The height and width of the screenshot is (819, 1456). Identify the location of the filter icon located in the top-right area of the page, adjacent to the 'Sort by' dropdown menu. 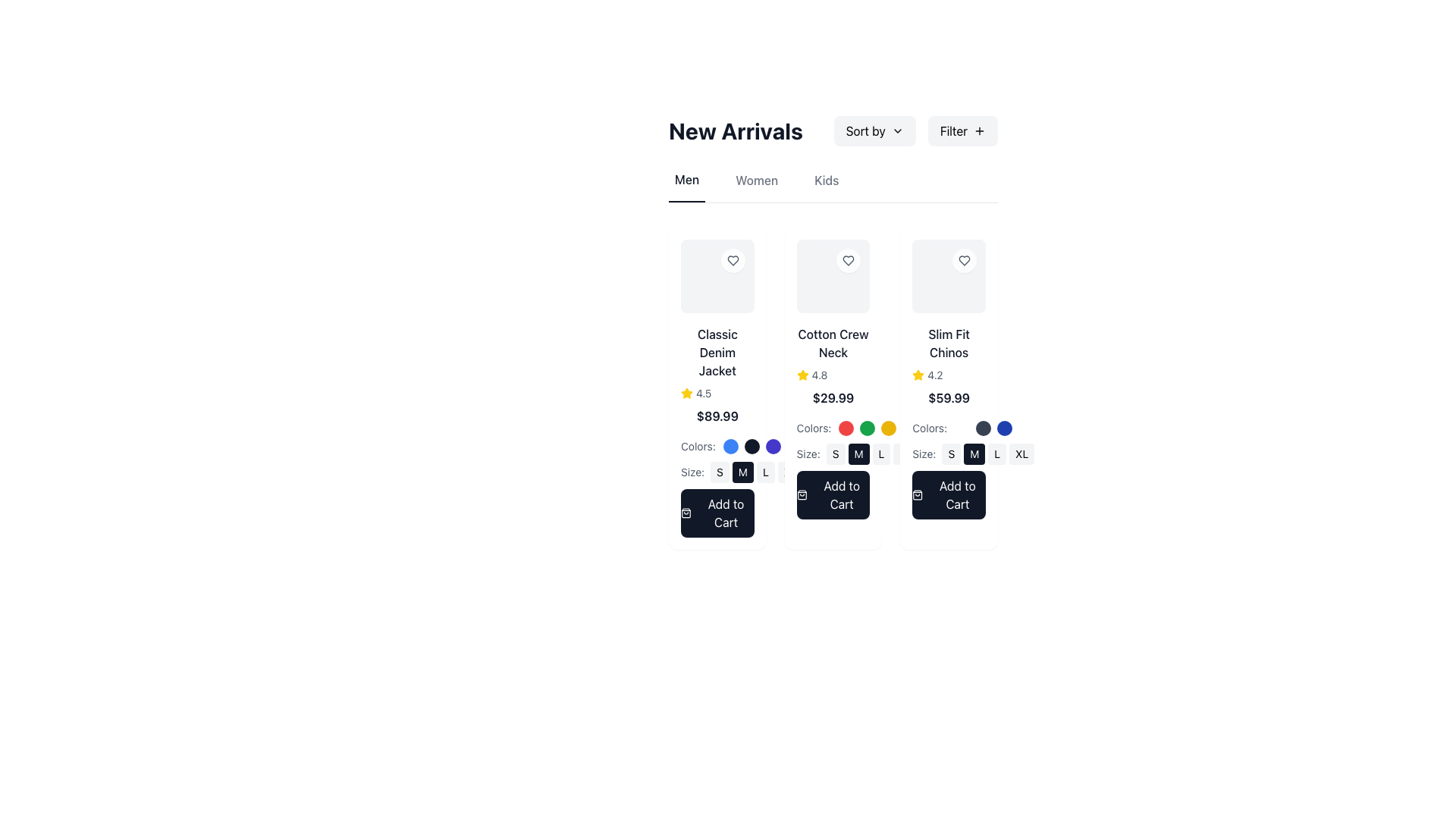
(979, 130).